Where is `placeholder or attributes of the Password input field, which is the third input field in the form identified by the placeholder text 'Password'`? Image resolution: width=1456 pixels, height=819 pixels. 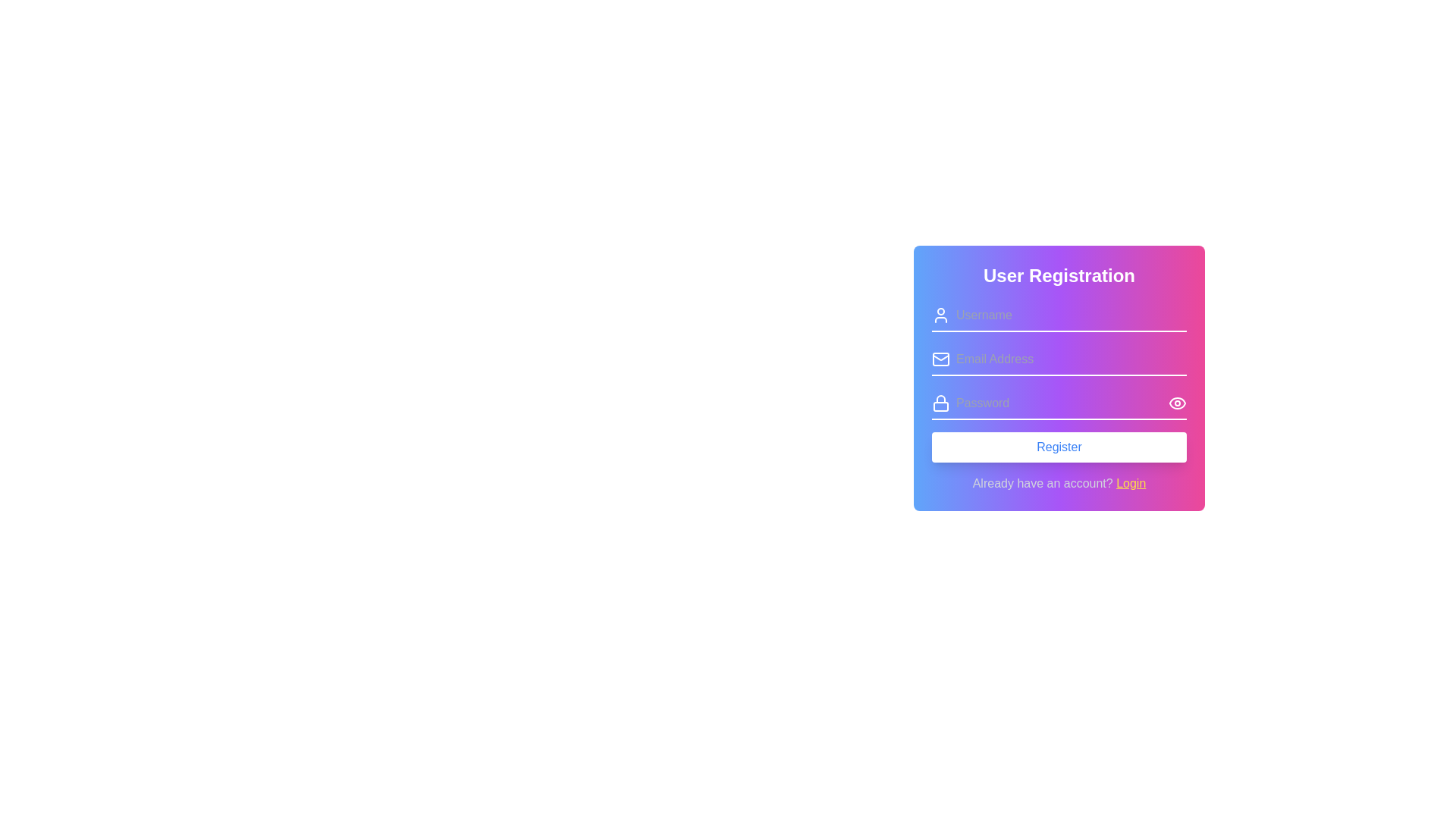 placeholder or attributes of the Password input field, which is the third input field in the form identified by the placeholder text 'Password' is located at coordinates (1058, 403).